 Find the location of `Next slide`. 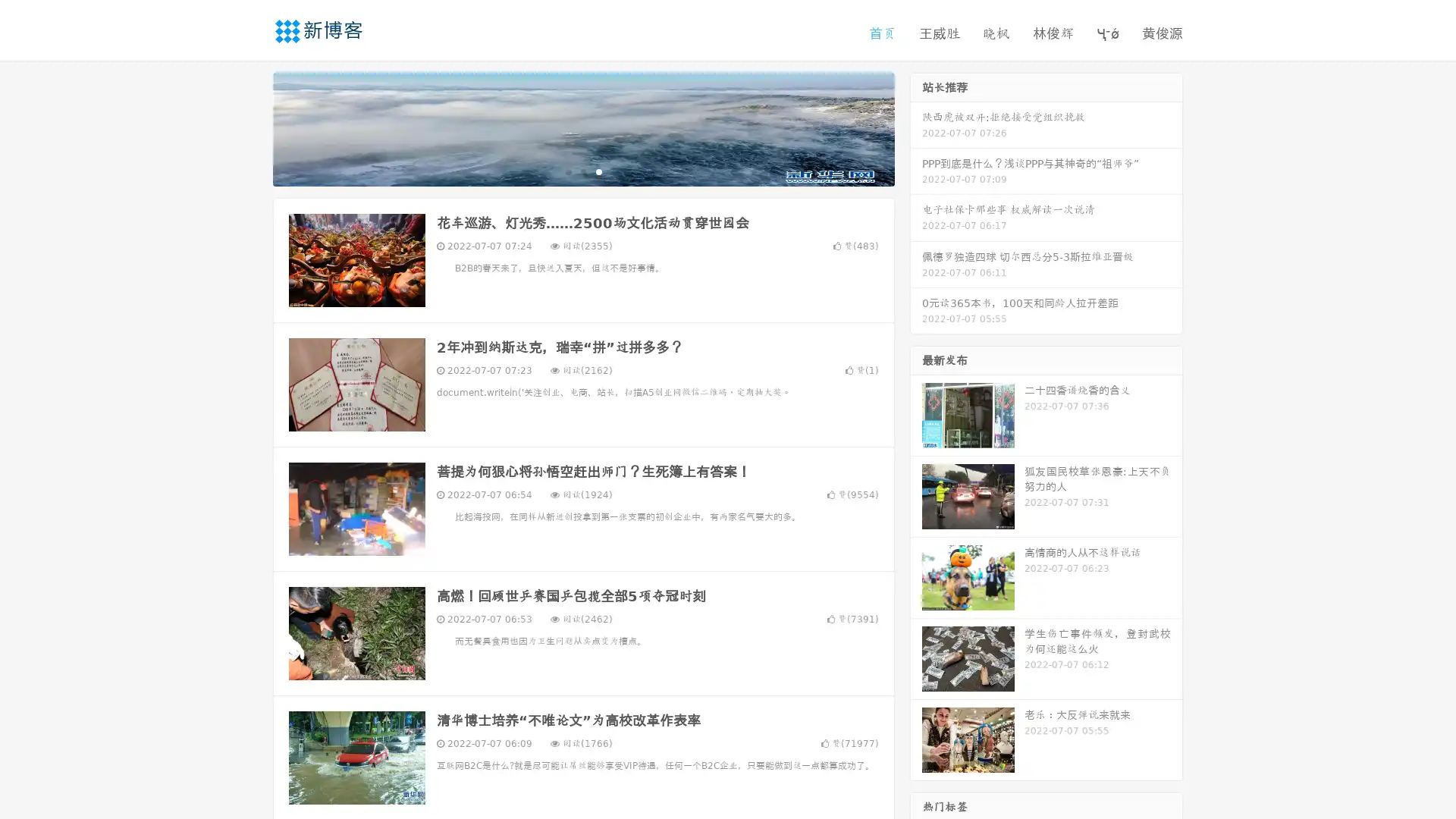

Next slide is located at coordinates (916, 127).